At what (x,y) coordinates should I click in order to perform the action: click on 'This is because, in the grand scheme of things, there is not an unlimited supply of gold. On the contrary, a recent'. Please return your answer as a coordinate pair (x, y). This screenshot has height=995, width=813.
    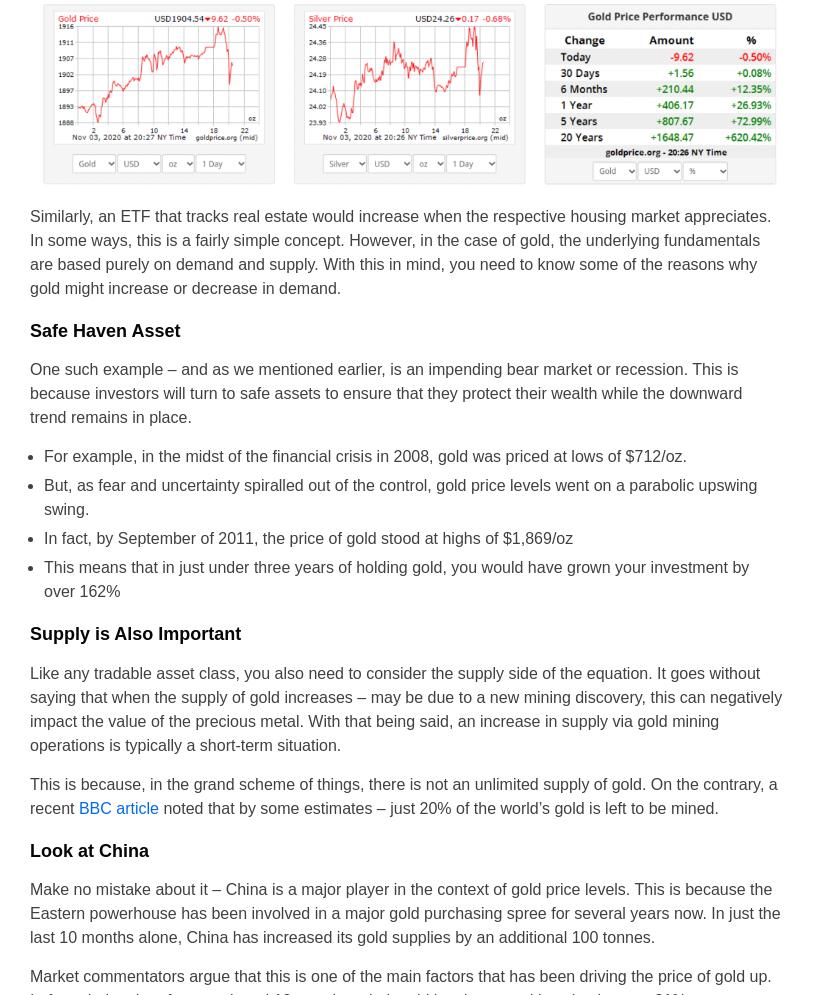
    Looking at the image, I should click on (402, 795).